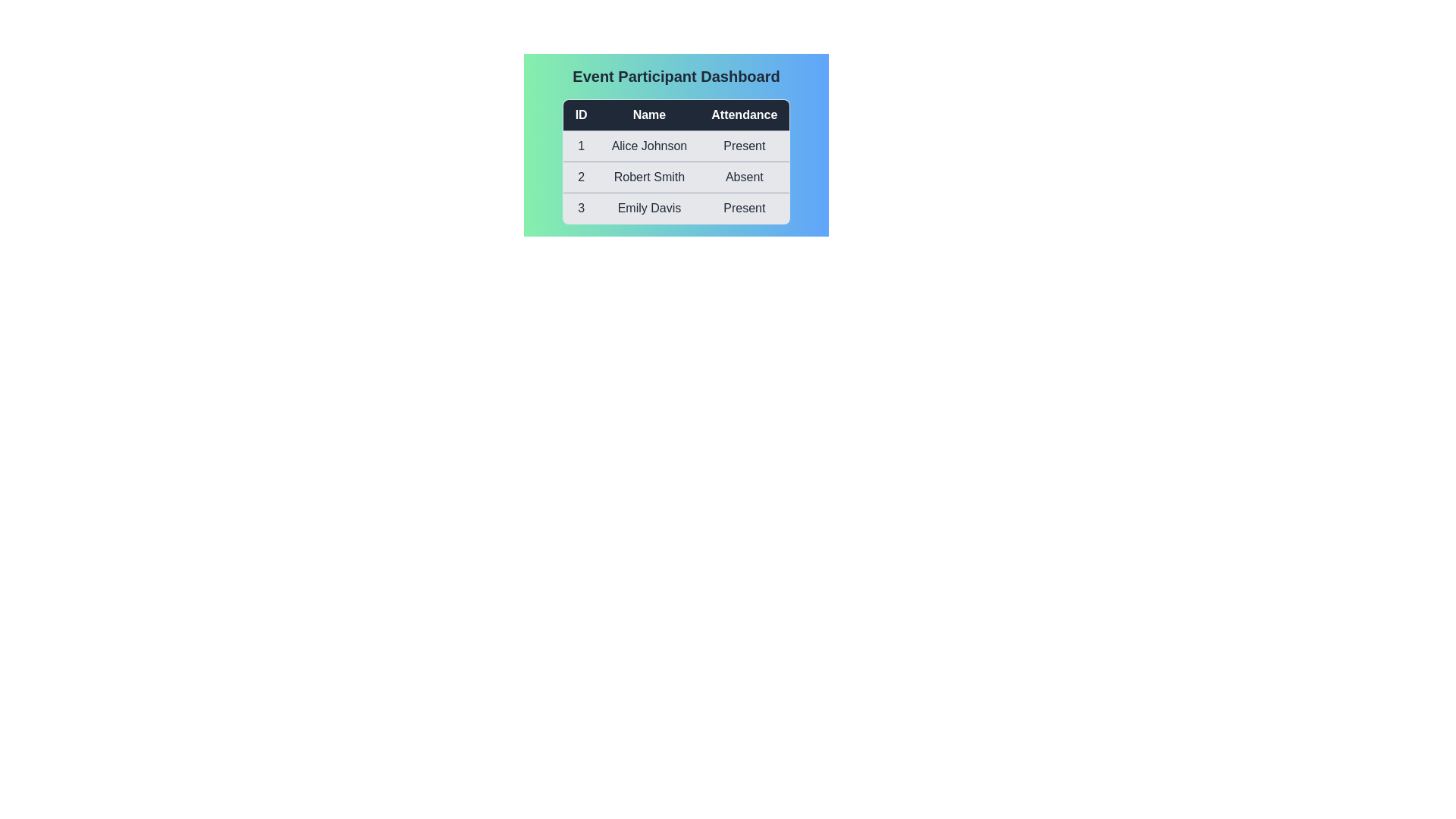 The width and height of the screenshot is (1456, 819). I want to click on the static text label indicating that Emily Davis is marked as present in the attendance column of the table, so click(745, 208).